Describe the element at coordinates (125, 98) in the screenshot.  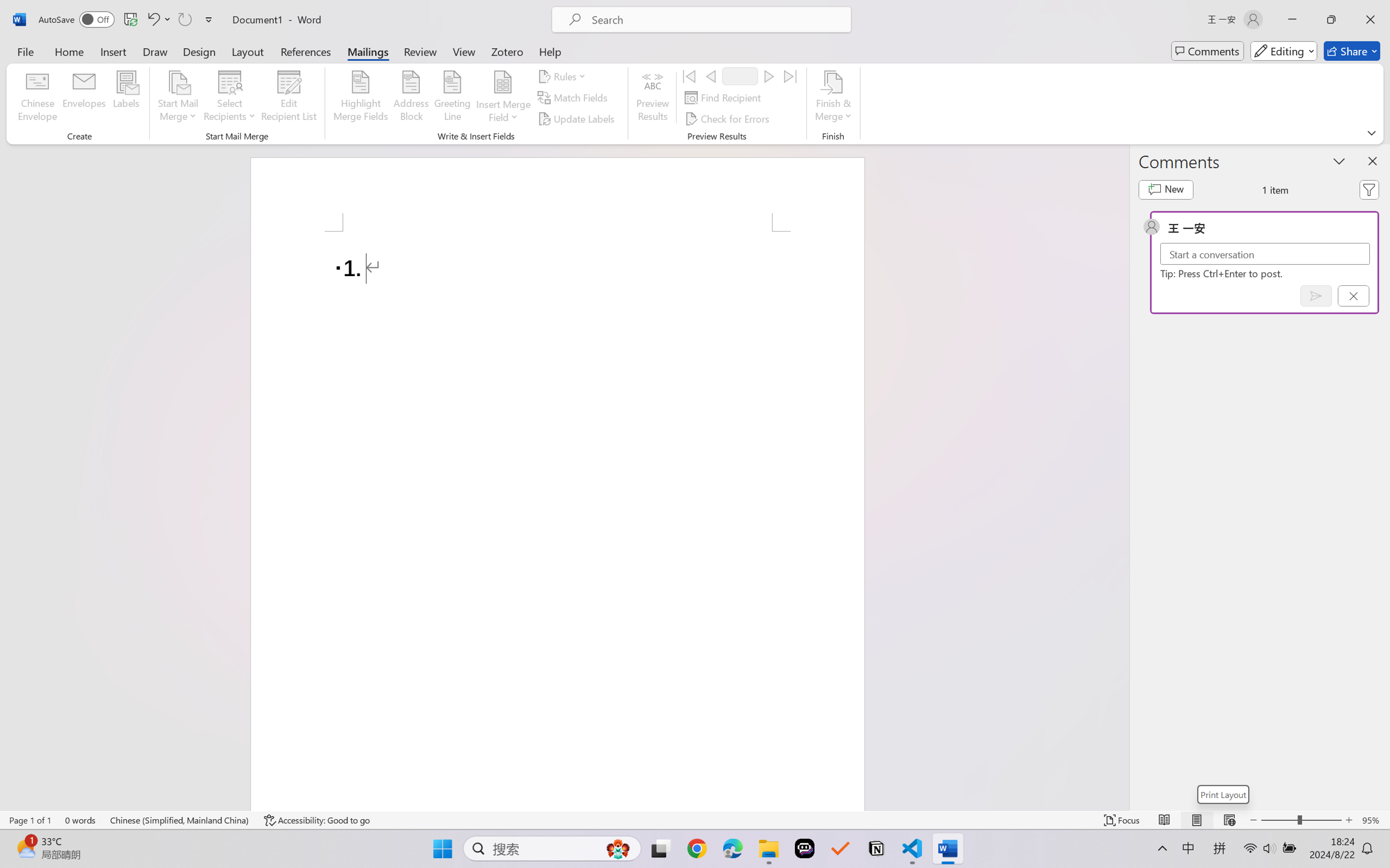
I see `'Labels...'` at that location.